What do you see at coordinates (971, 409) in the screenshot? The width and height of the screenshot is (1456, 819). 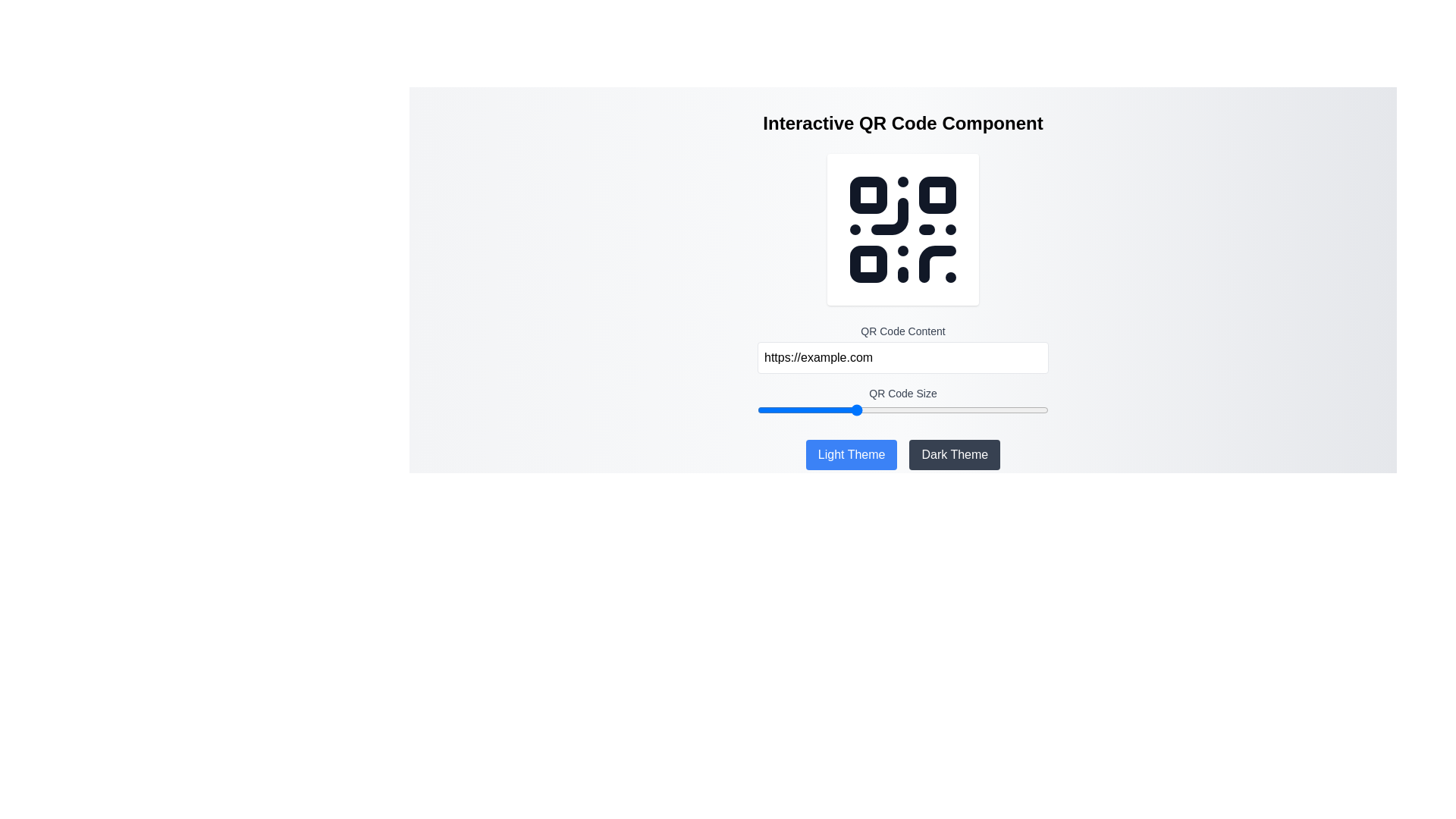 I see `the QR Code size` at bounding box center [971, 409].